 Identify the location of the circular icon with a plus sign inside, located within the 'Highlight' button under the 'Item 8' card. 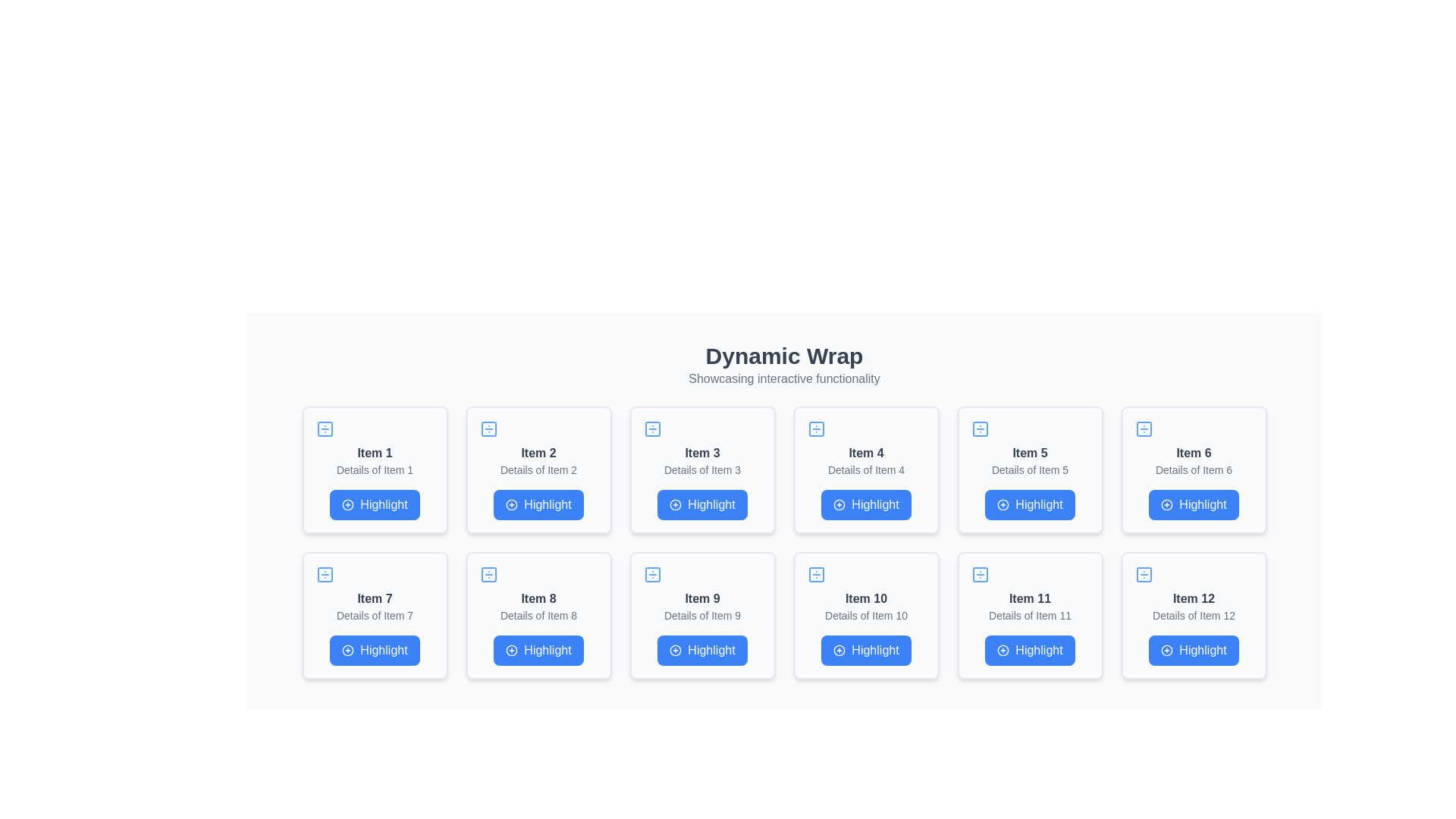
(512, 649).